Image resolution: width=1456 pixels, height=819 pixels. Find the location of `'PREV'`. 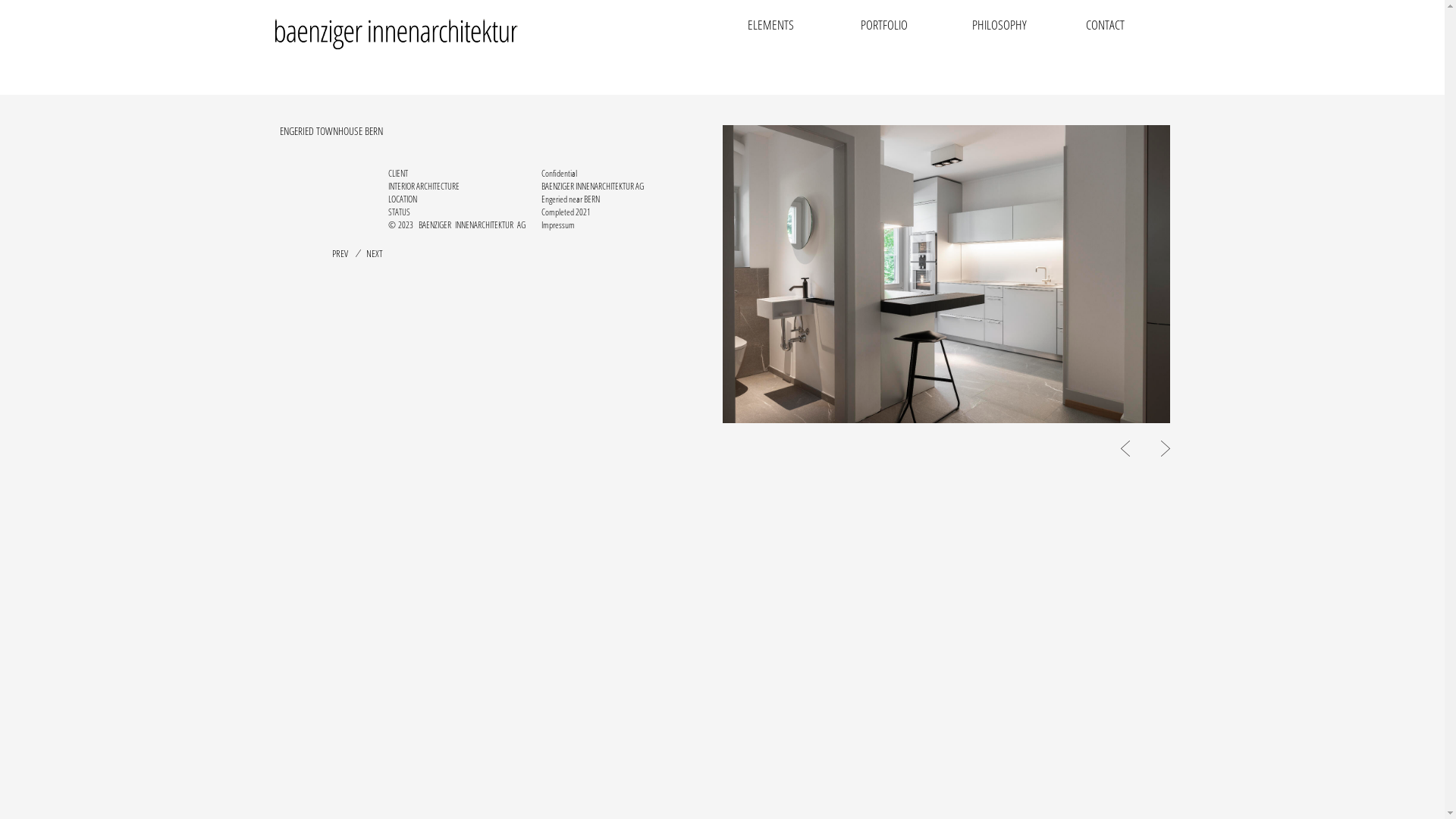

'PREV' is located at coordinates (339, 253).